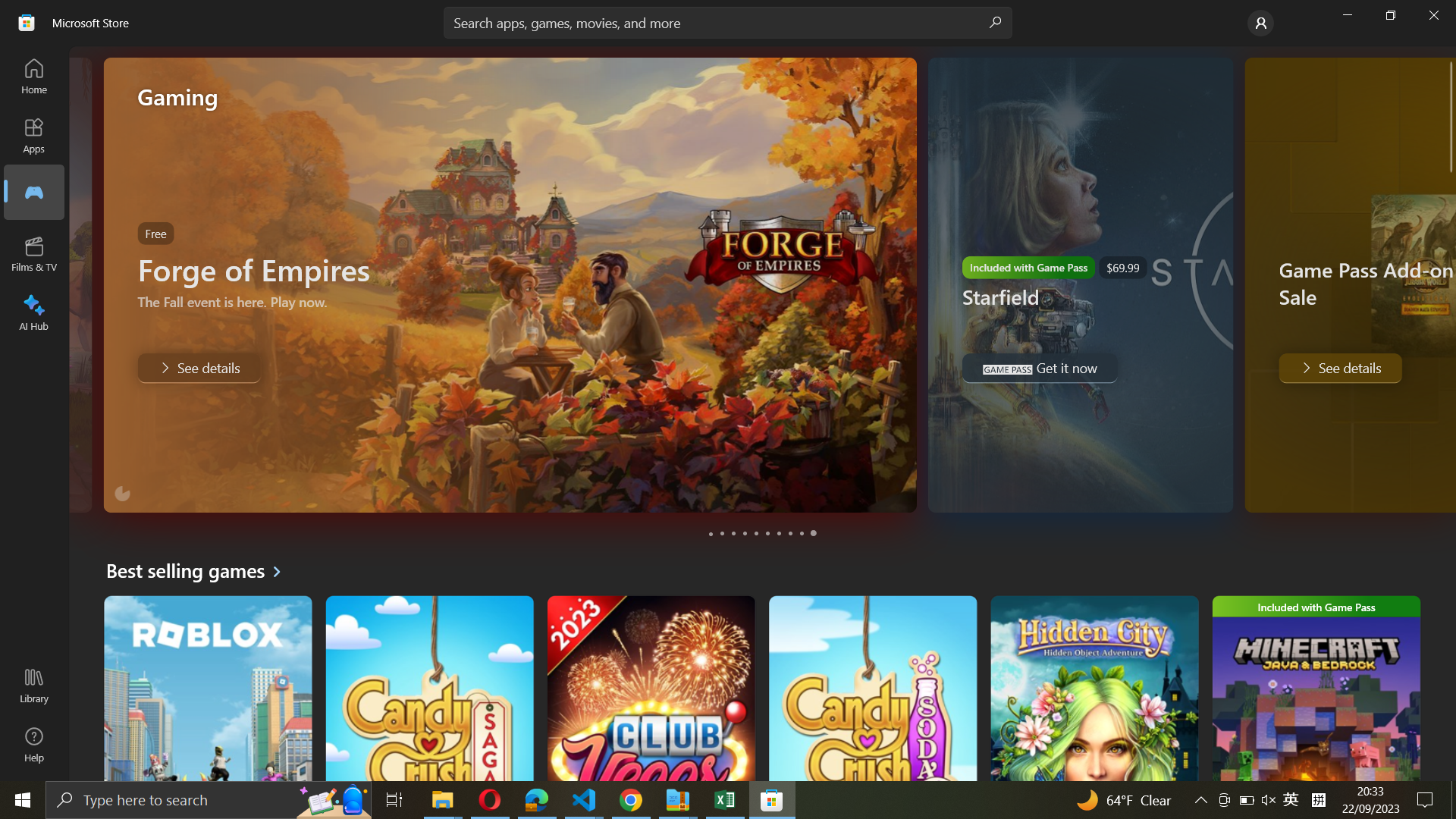 This screenshot has width=1456, height=819. I want to click on Extract list of most purchased games, so click(199, 570).